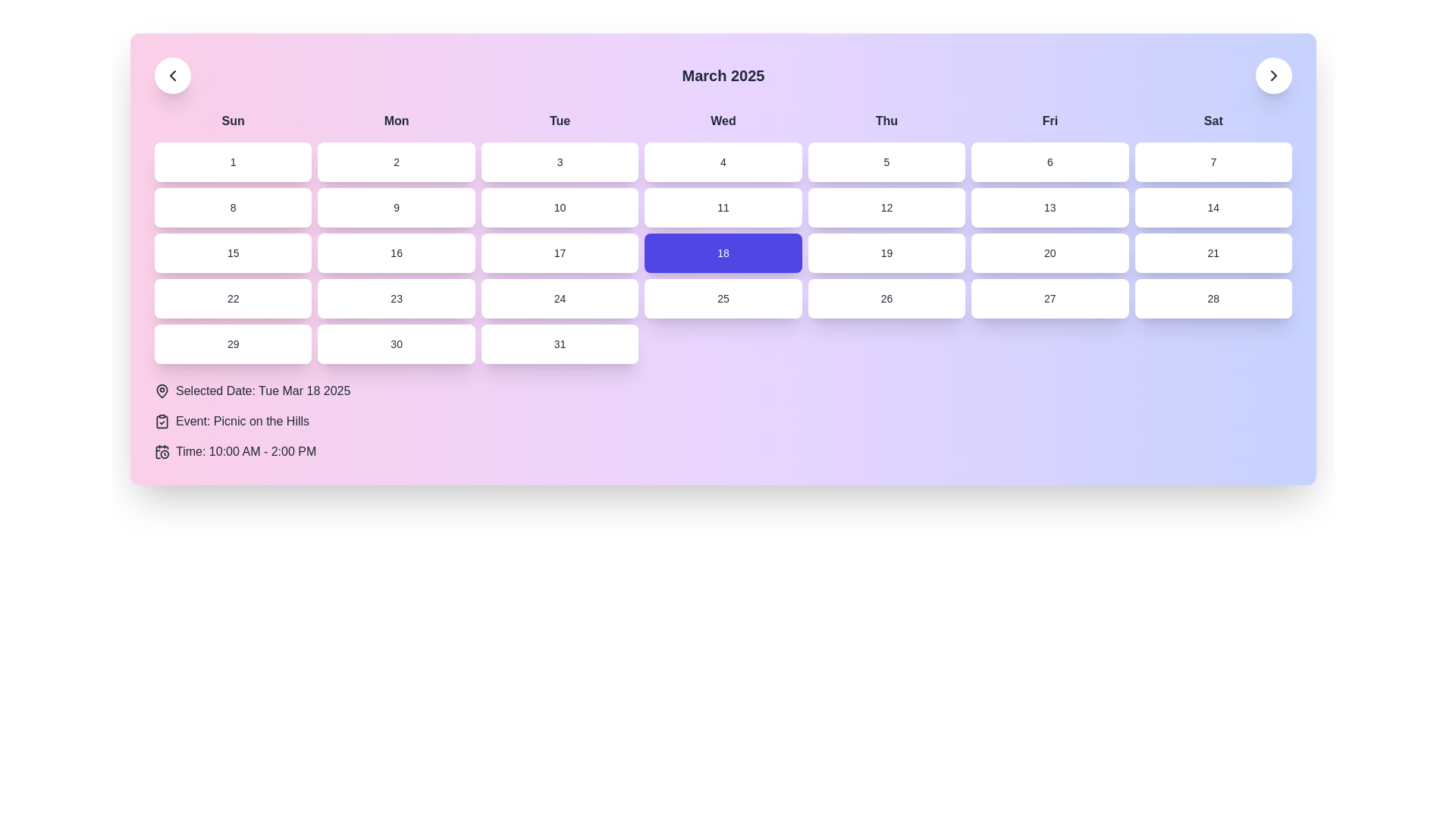 This screenshot has width=1456, height=819. I want to click on the clipboard icon with a checkmark located beside the text 'Event: Picnic on the Hills' in the details section below the calendar grid, so click(162, 421).